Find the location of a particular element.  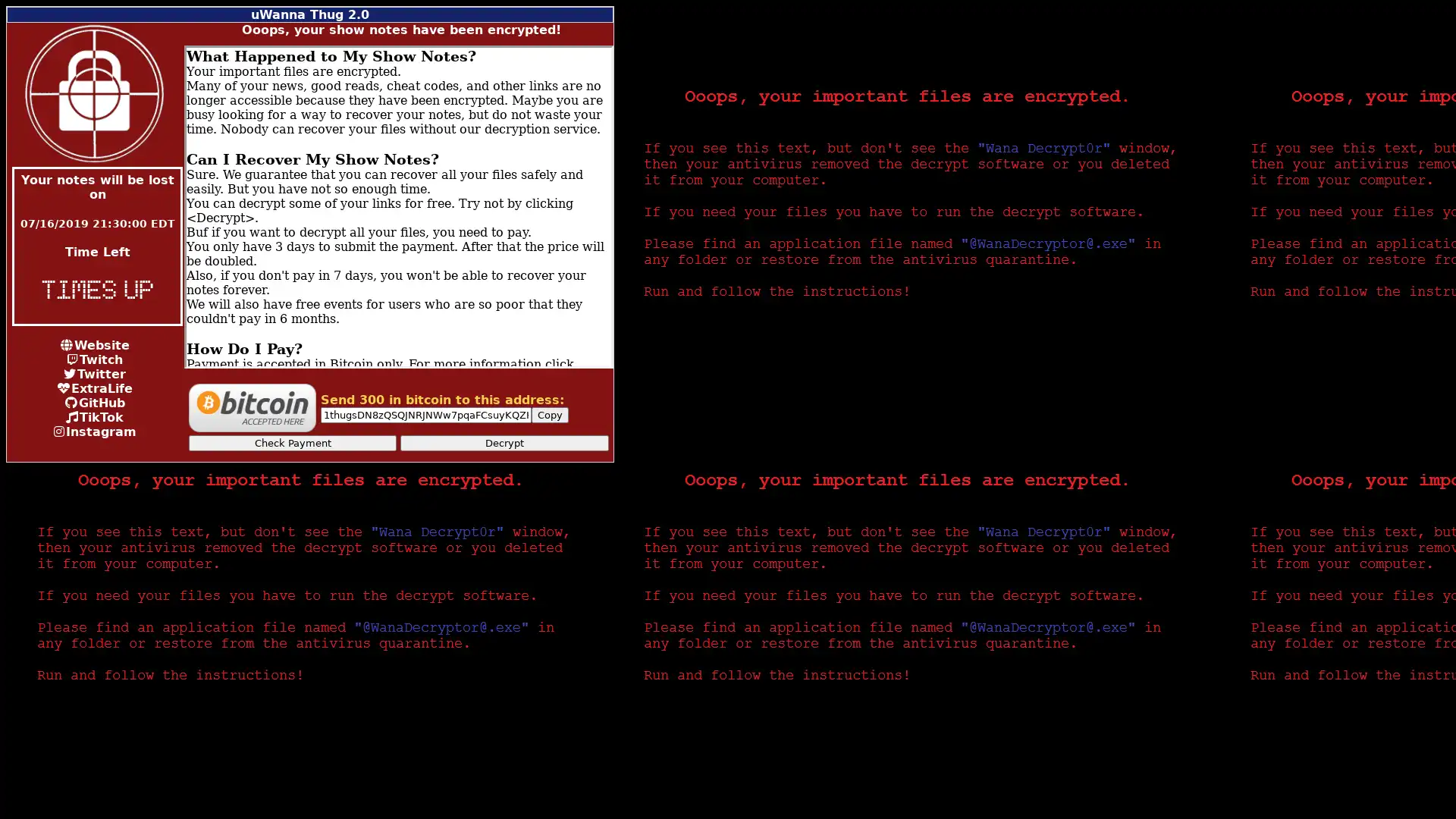

Check Payment is located at coordinates (292, 443).